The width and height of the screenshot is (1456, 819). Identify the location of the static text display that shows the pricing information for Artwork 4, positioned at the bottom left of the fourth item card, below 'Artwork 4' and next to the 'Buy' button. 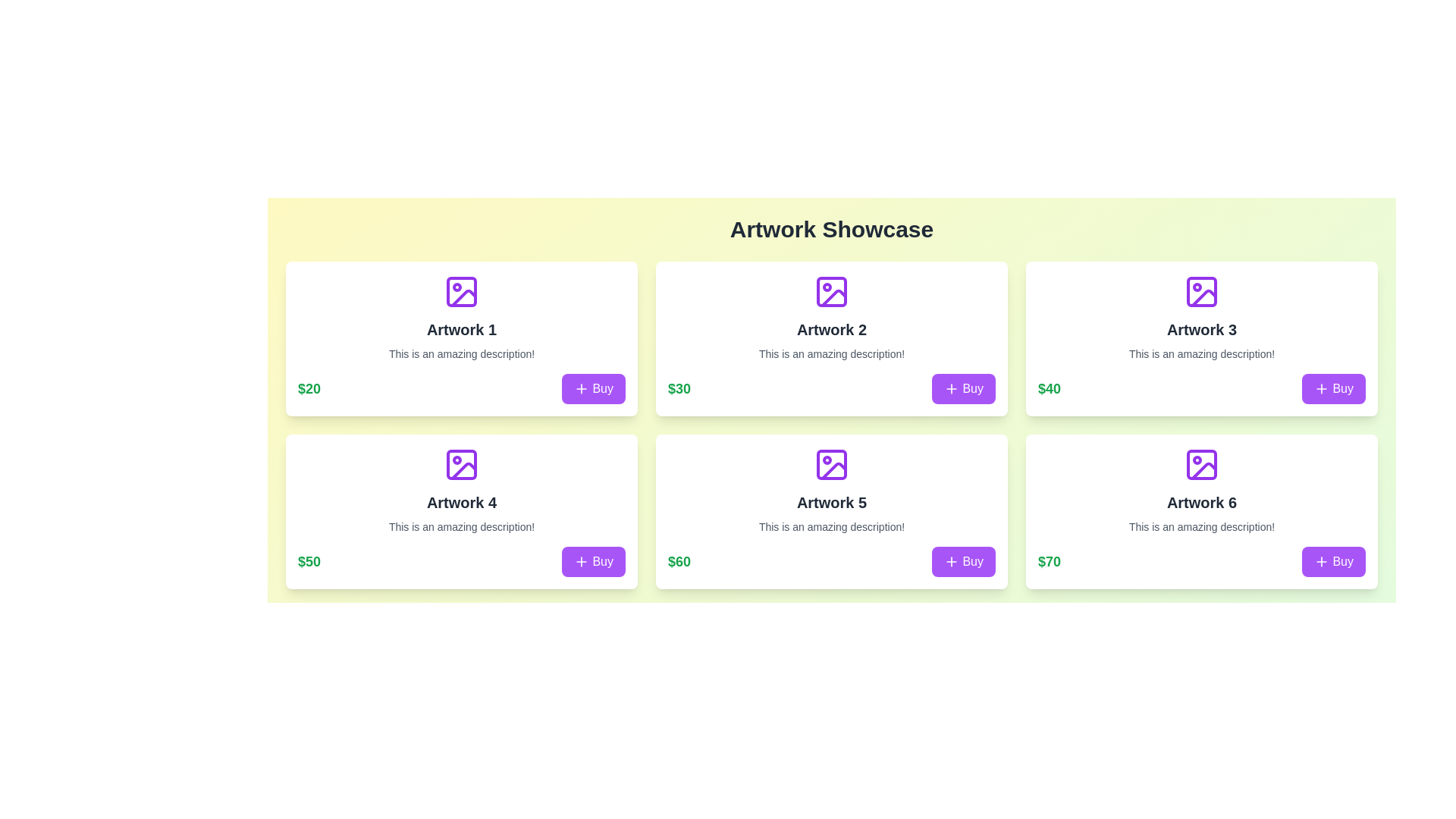
(309, 561).